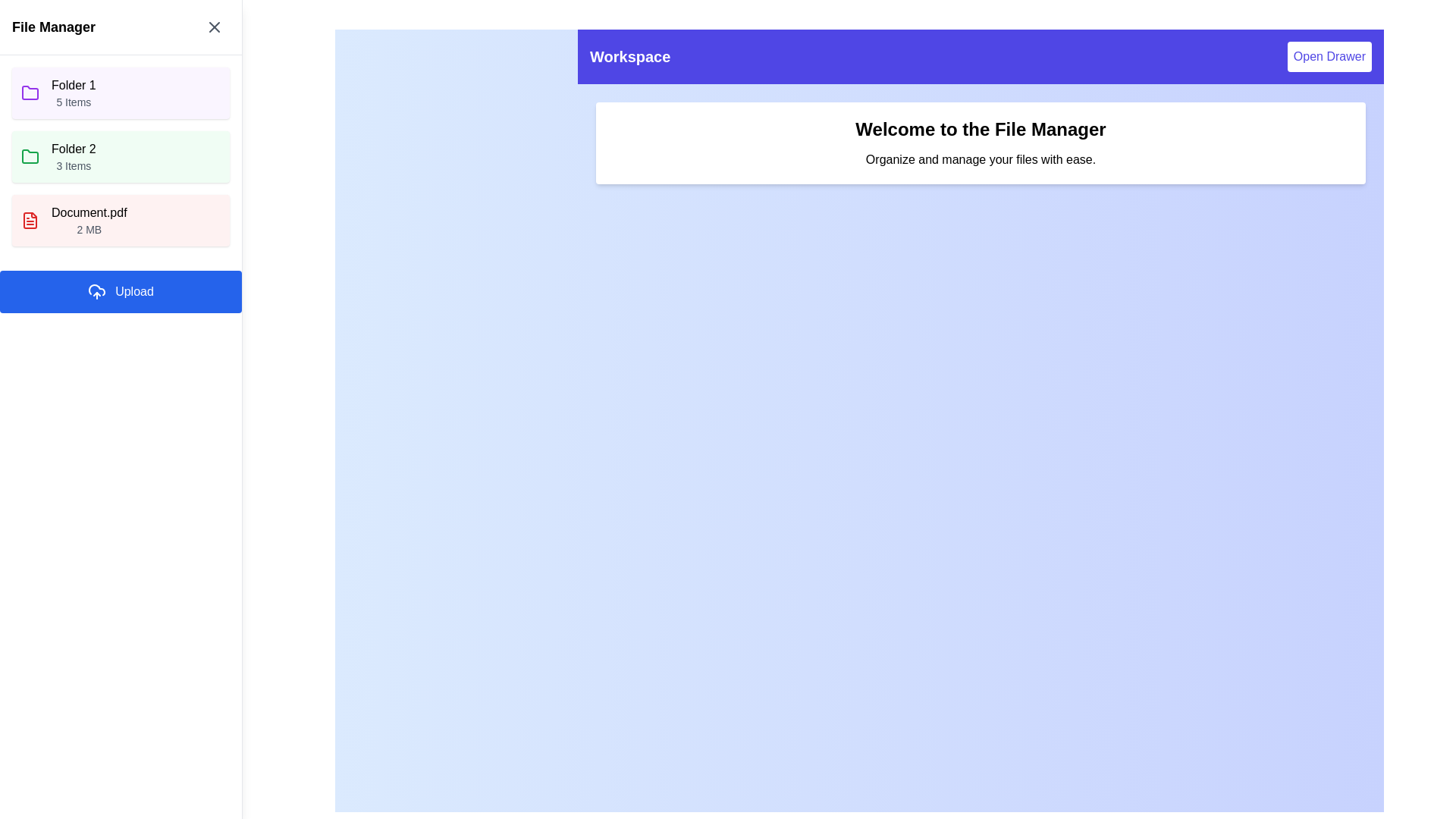 The width and height of the screenshot is (1456, 819). I want to click on the File list item displaying 'Document.pdf', so click(88, 220).